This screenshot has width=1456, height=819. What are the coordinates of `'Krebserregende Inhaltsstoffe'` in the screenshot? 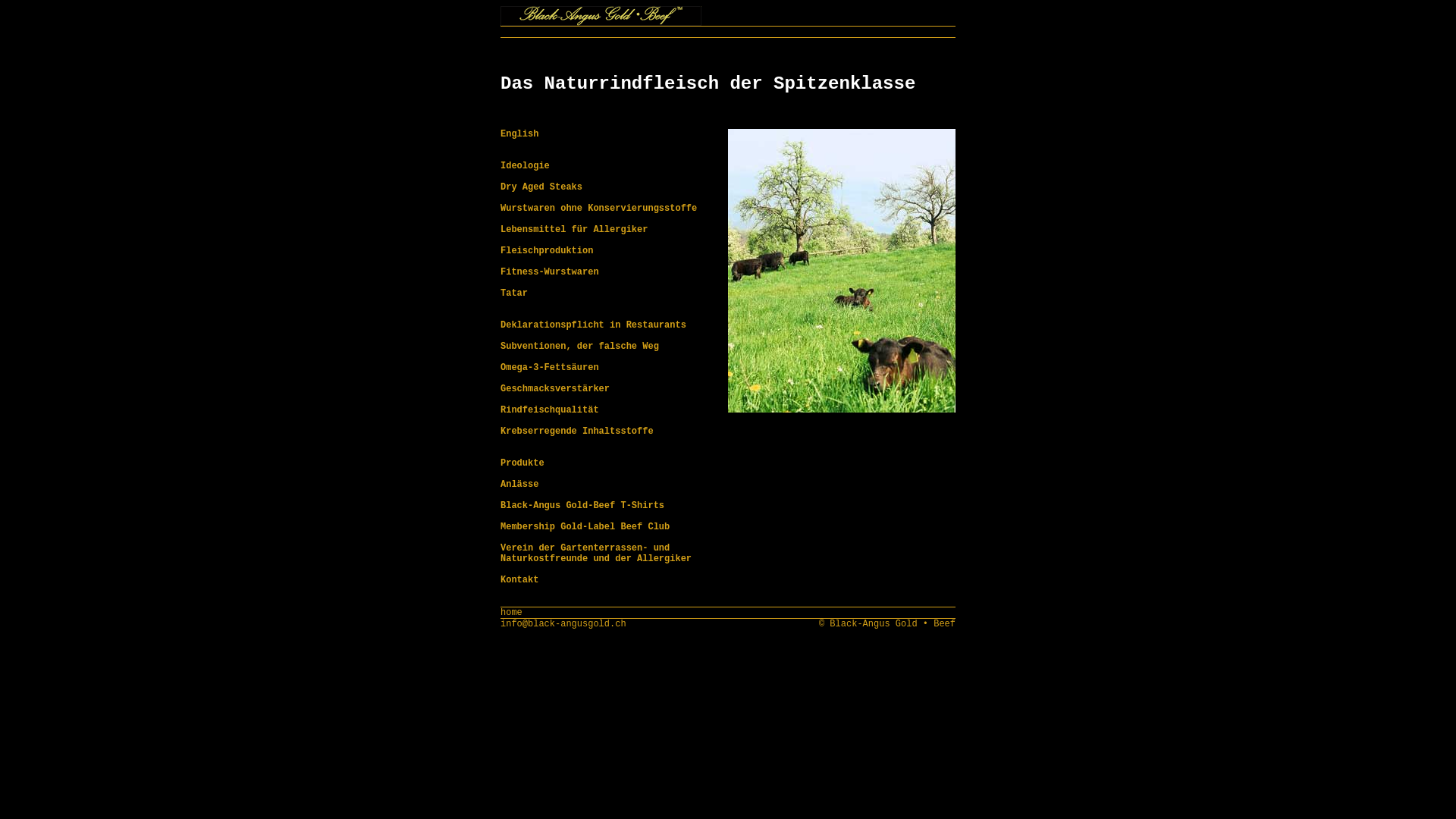 It's located at (576, 431).